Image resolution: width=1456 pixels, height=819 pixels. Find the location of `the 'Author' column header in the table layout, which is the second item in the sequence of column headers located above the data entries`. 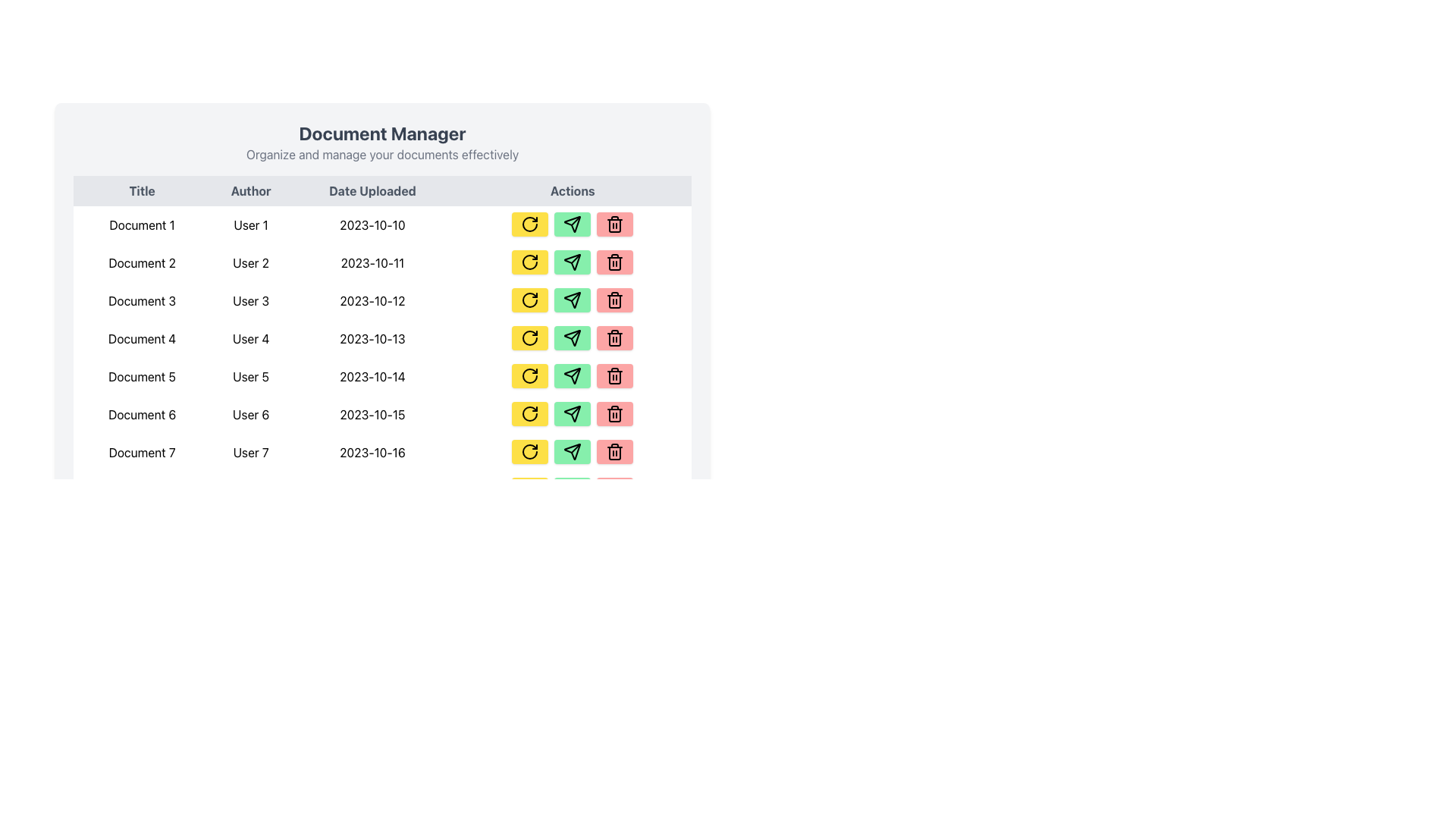

the 'Author' column header in the table layout, which is the second item in the sequence of column headers located above the data entries is located at coordinates (251, 190).